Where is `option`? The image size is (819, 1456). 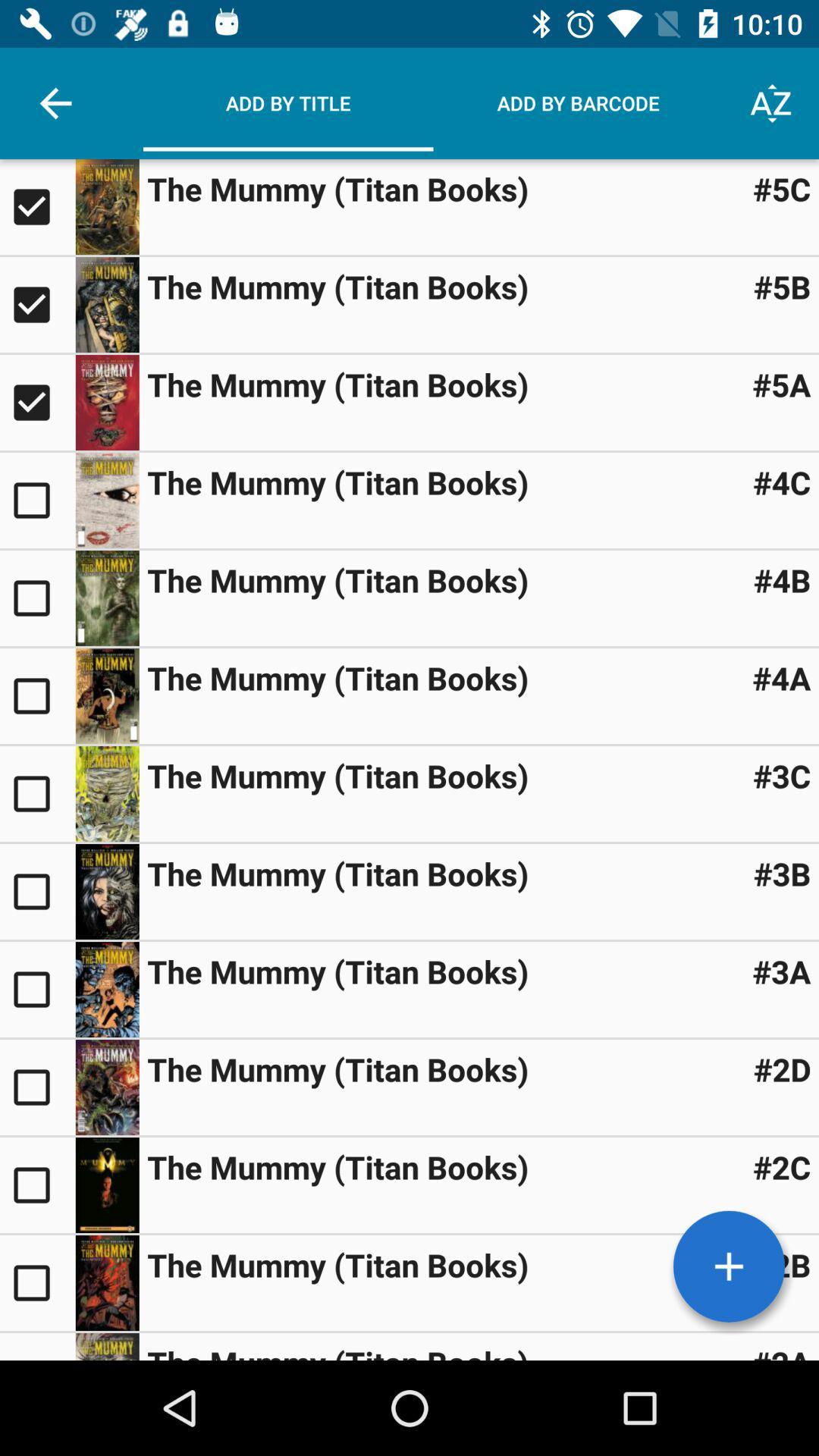
option is located at coordinates (106, 1347).